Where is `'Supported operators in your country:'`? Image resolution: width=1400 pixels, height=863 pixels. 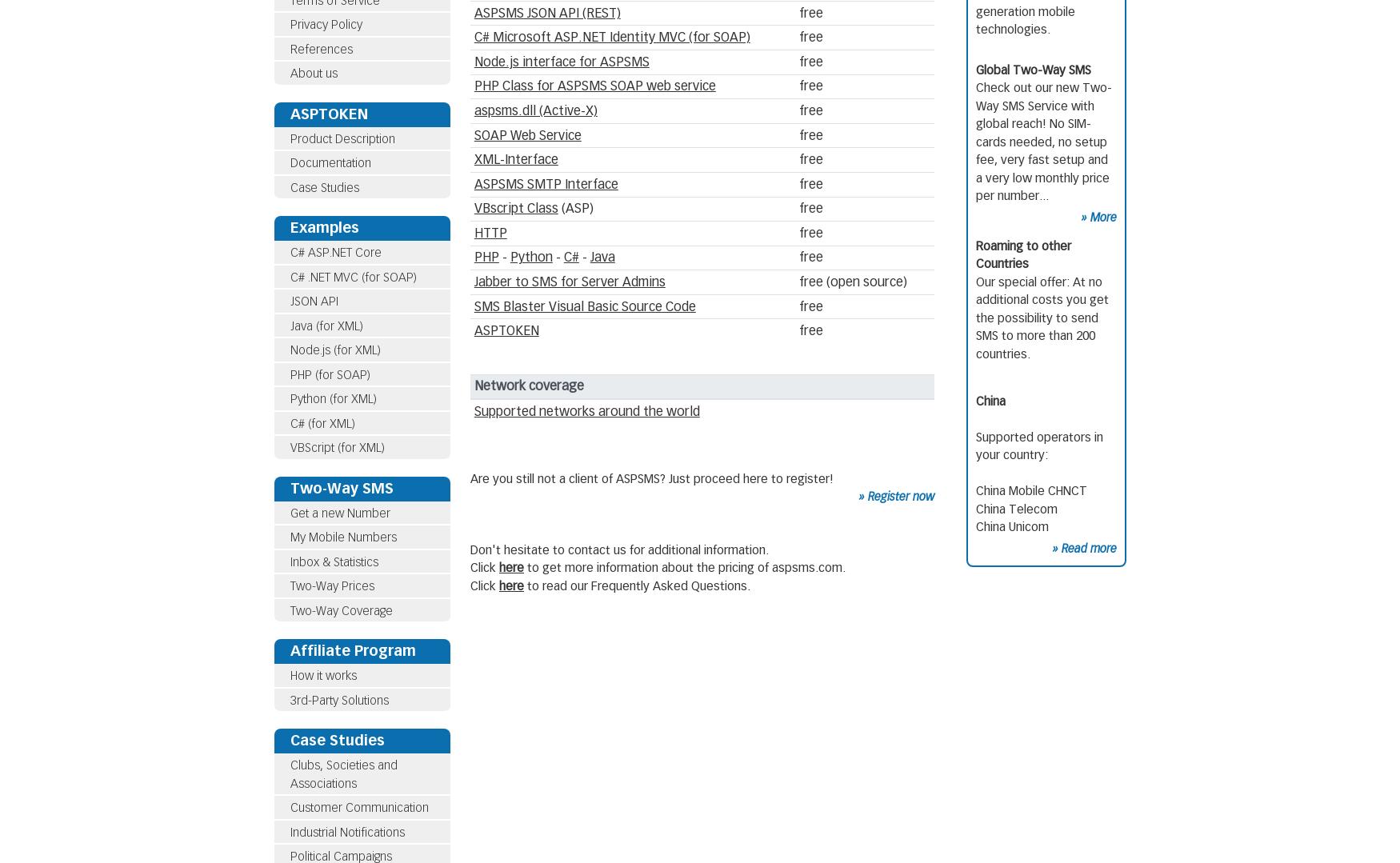
'Supported operators in your country:' is located at coordinates (1038, 445).